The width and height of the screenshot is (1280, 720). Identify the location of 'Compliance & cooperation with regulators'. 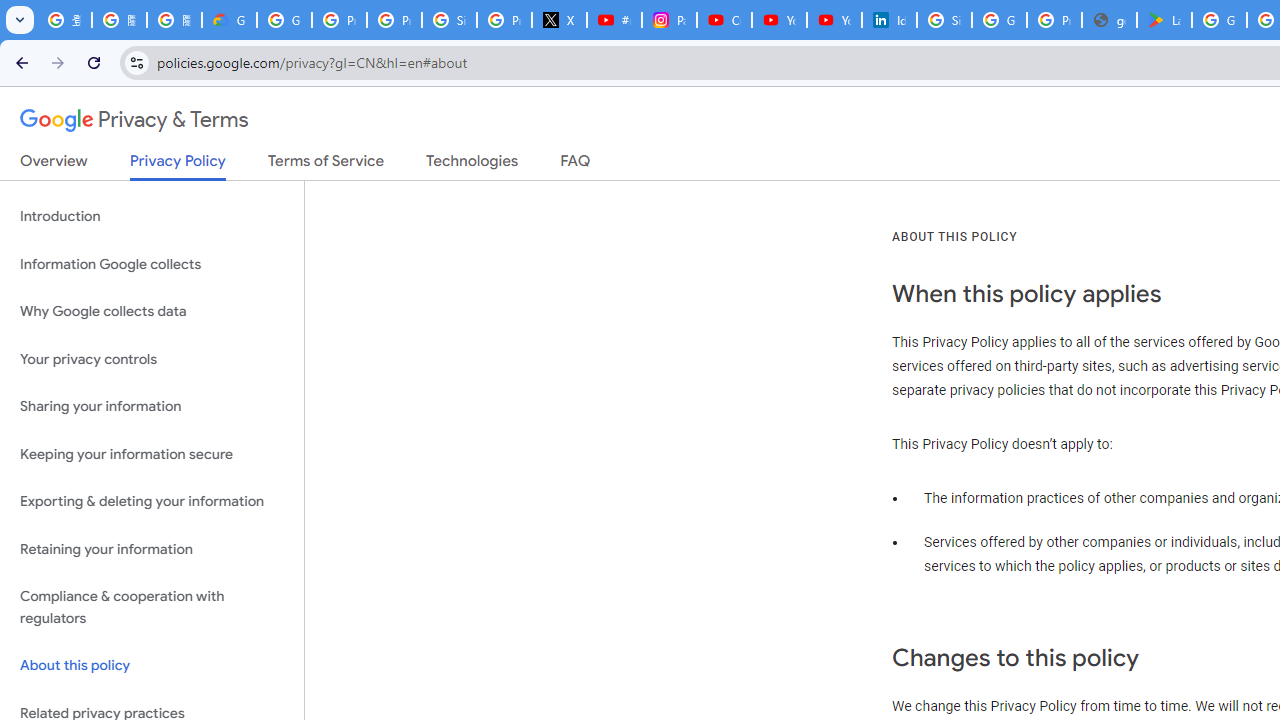
(151, 607).